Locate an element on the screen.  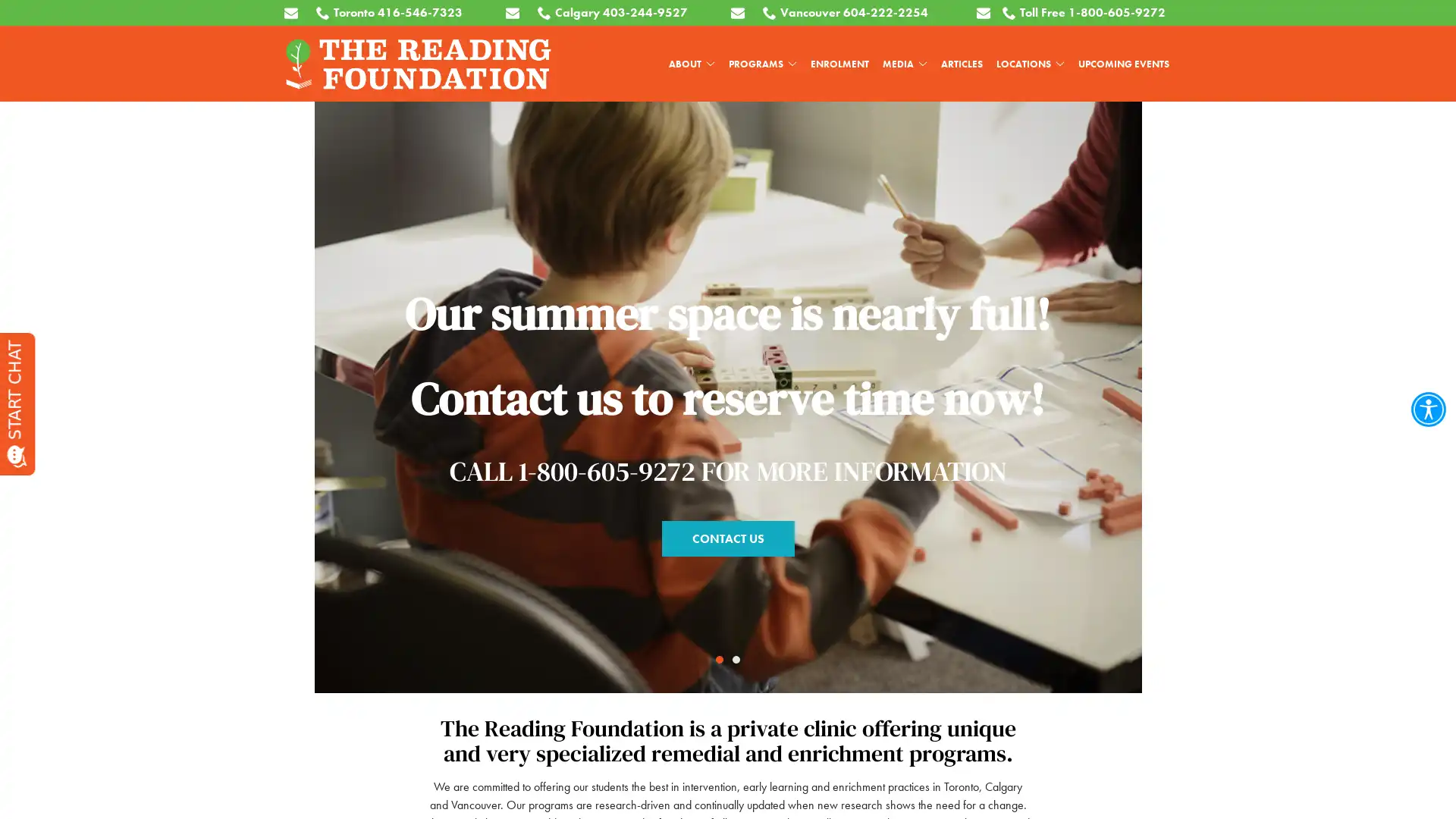
Accessibility Menu is located at coordinates (1427, 409).